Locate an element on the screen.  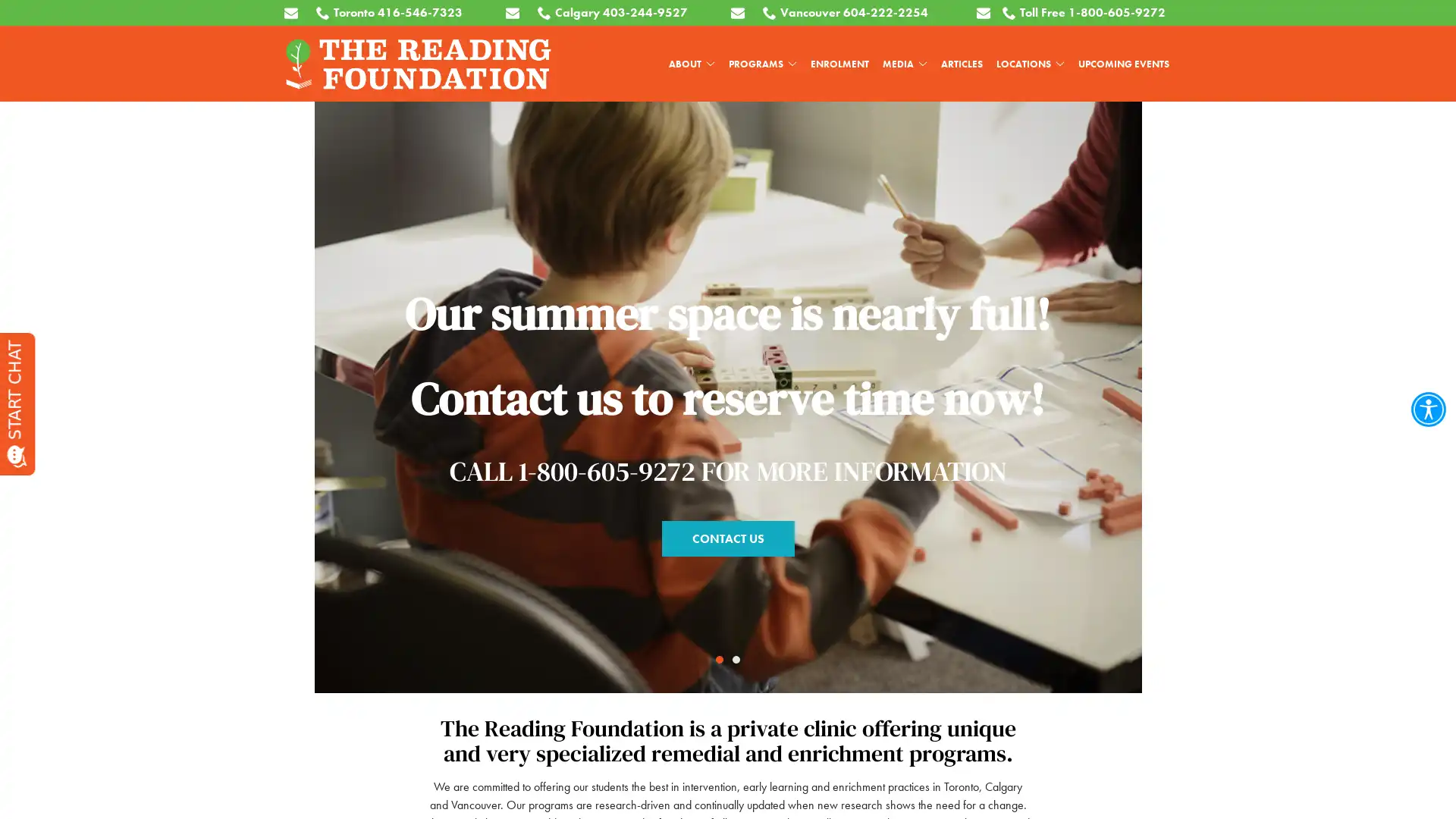
Accessibility Menu is located at coordinates (1427, 409).